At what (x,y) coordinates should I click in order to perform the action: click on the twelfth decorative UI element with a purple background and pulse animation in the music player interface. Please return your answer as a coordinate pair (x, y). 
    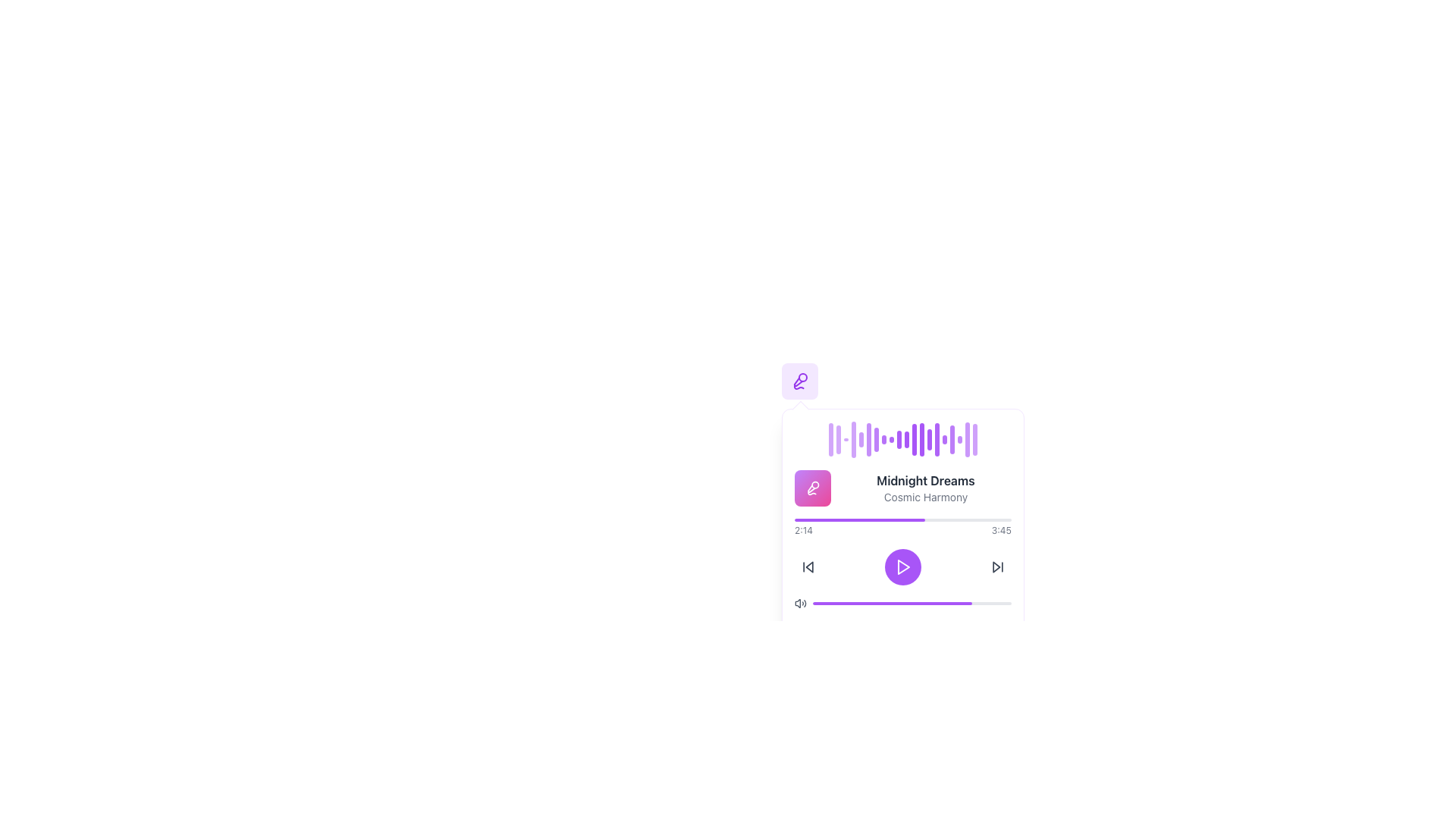
    Looking at the image, I should click on (913, 439).